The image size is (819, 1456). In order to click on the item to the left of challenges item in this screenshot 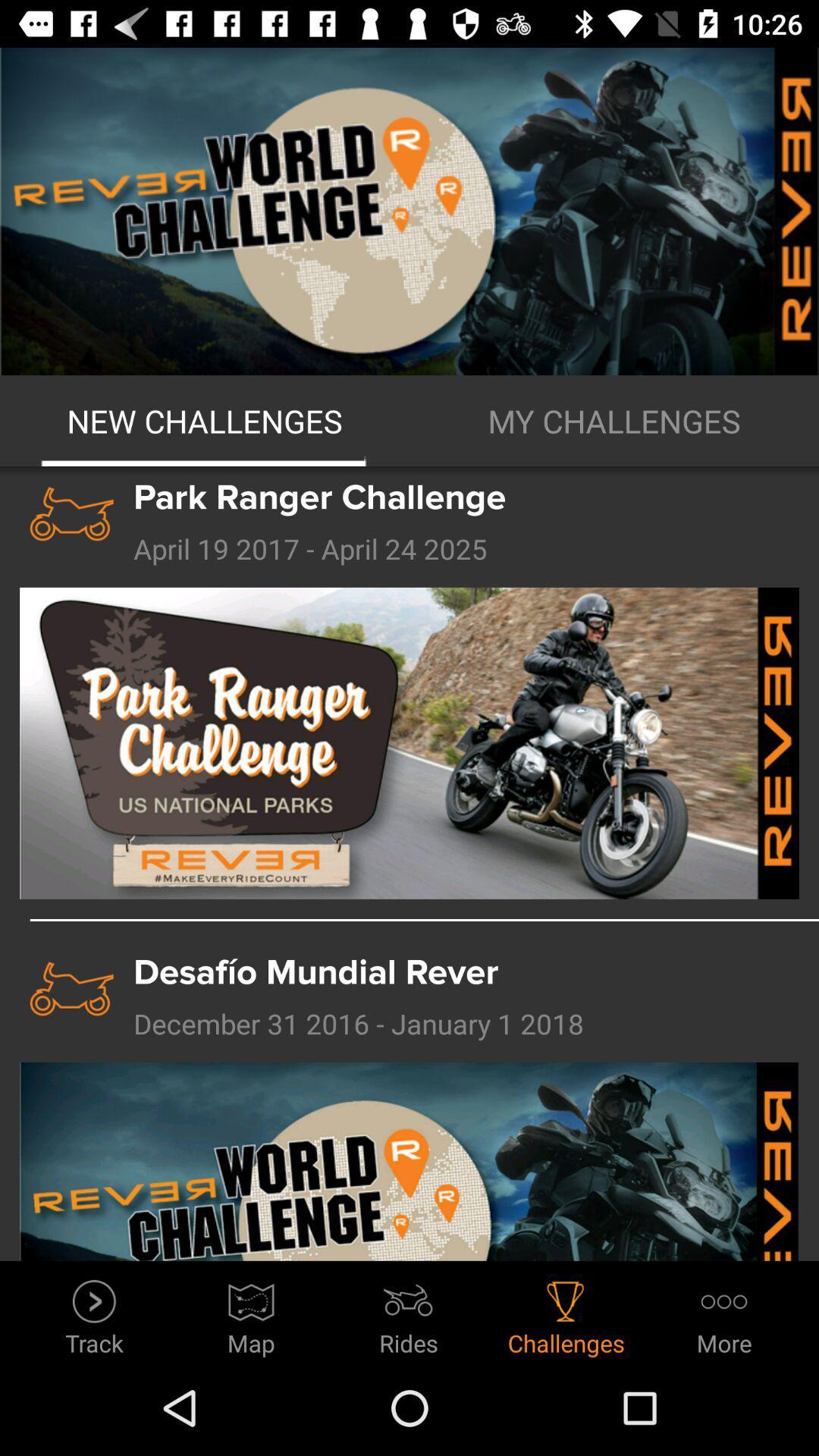, I will do `click(408, 1313)`.